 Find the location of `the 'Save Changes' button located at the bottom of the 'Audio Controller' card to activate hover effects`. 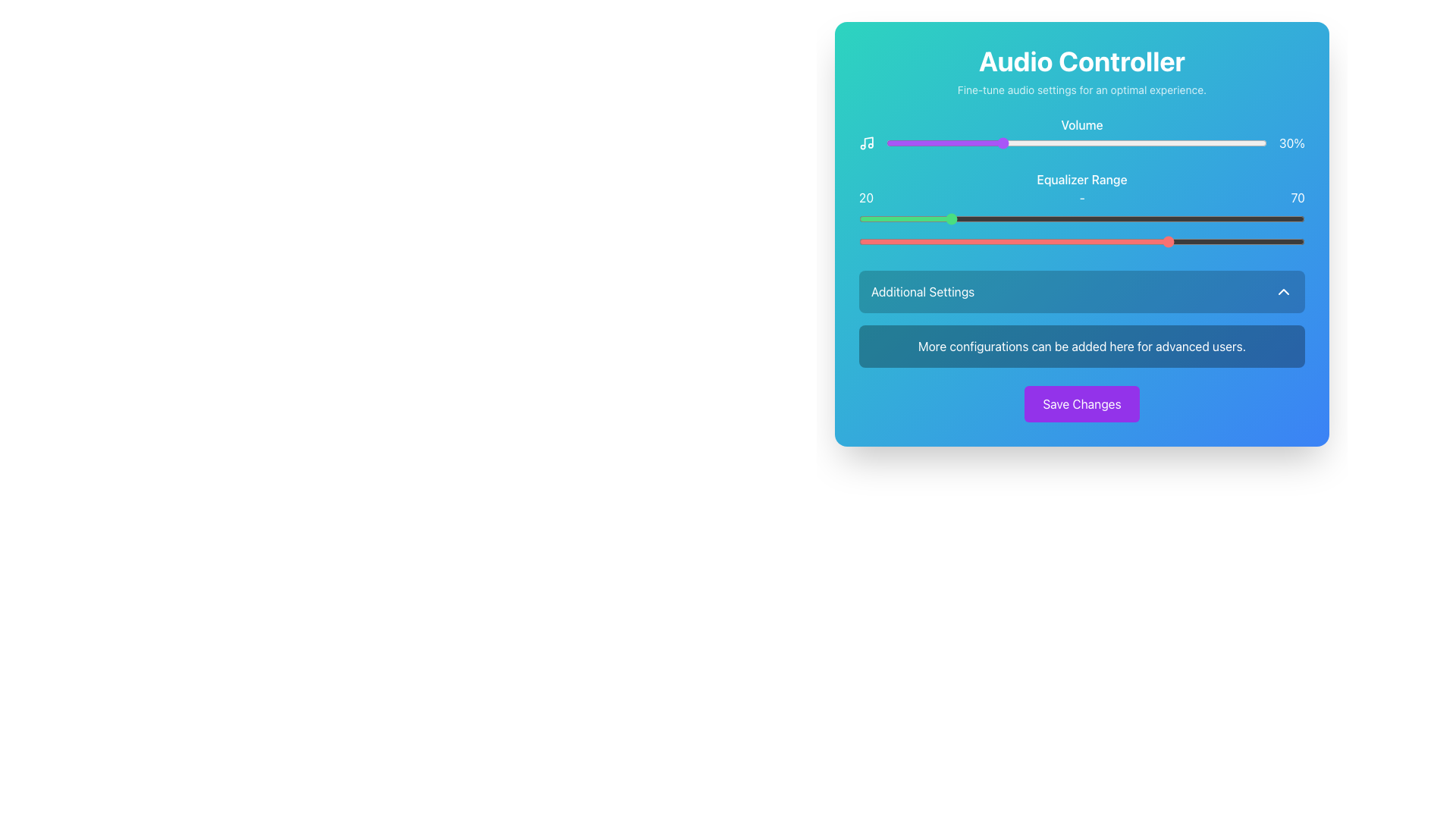

the 'Save Changes' button located at the bottom of the 'Audio Controller' card to activate hover effects is located at coordinates (1081, 403).